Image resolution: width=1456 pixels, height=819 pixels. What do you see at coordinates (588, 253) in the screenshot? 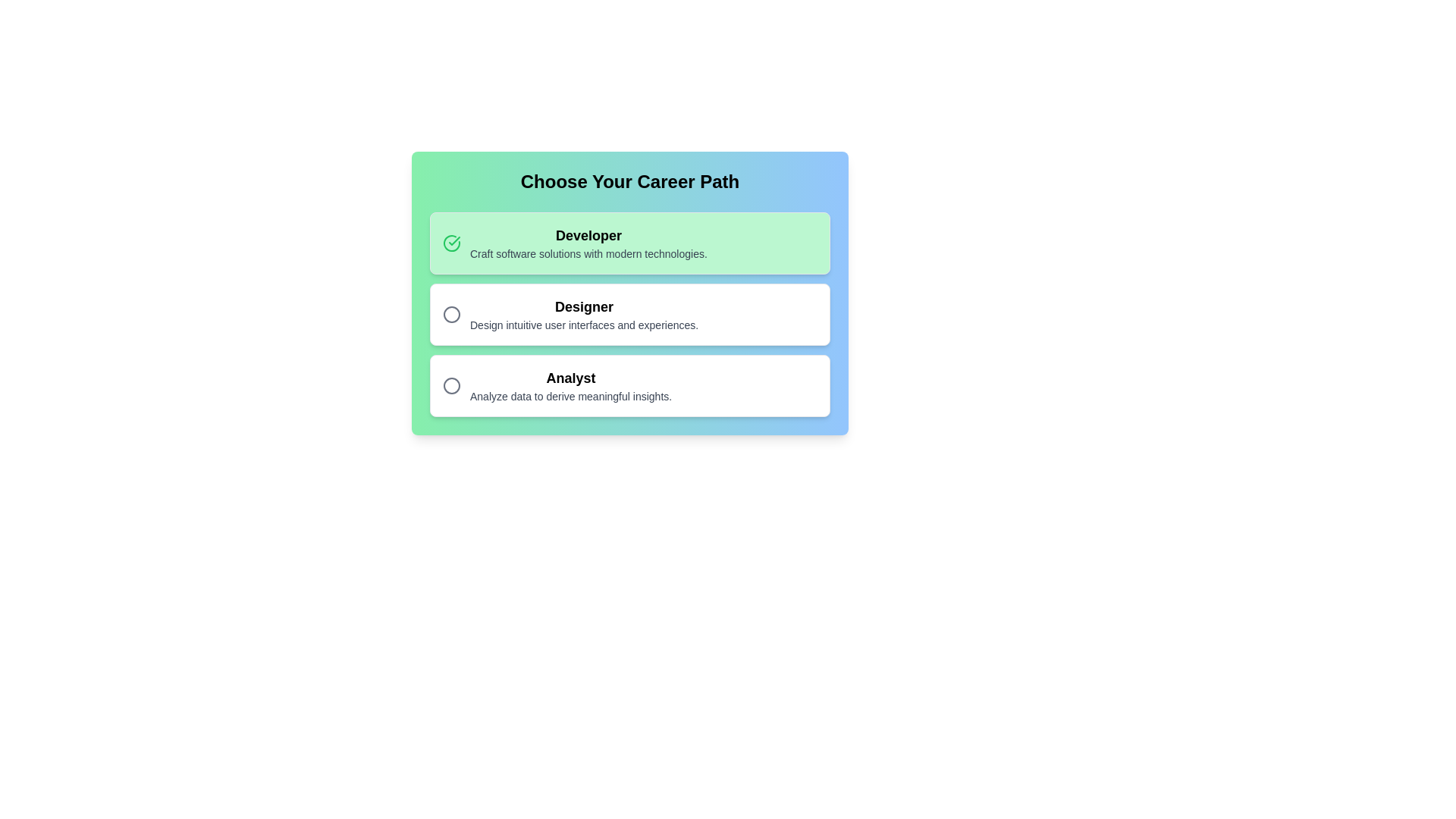
I see `the text element displaying the phrase 'Craft software solutions with modern technologies.' which is located below the bold title 'Developer' within the topmost card of three similar vertically stacked cards` at bounding box center [588, 253].